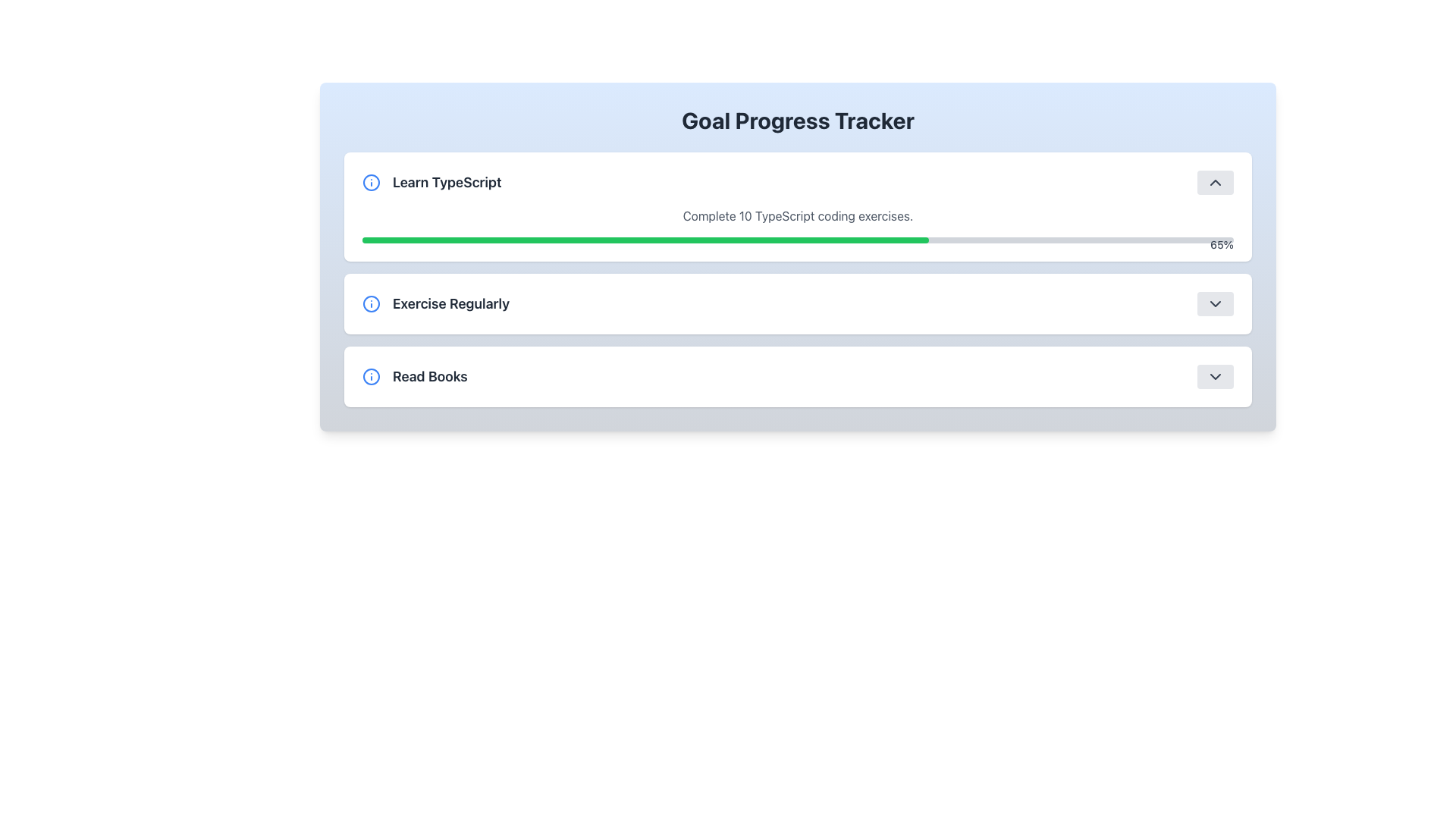 The width and height of the screenshot is (1456, 819). Describe the element at coordinates (1216, 304) in the screenshot. I see `the toggle button located in the top-right corner of the 'Exercise Regularly' section to visualize its hover effects` at that location.